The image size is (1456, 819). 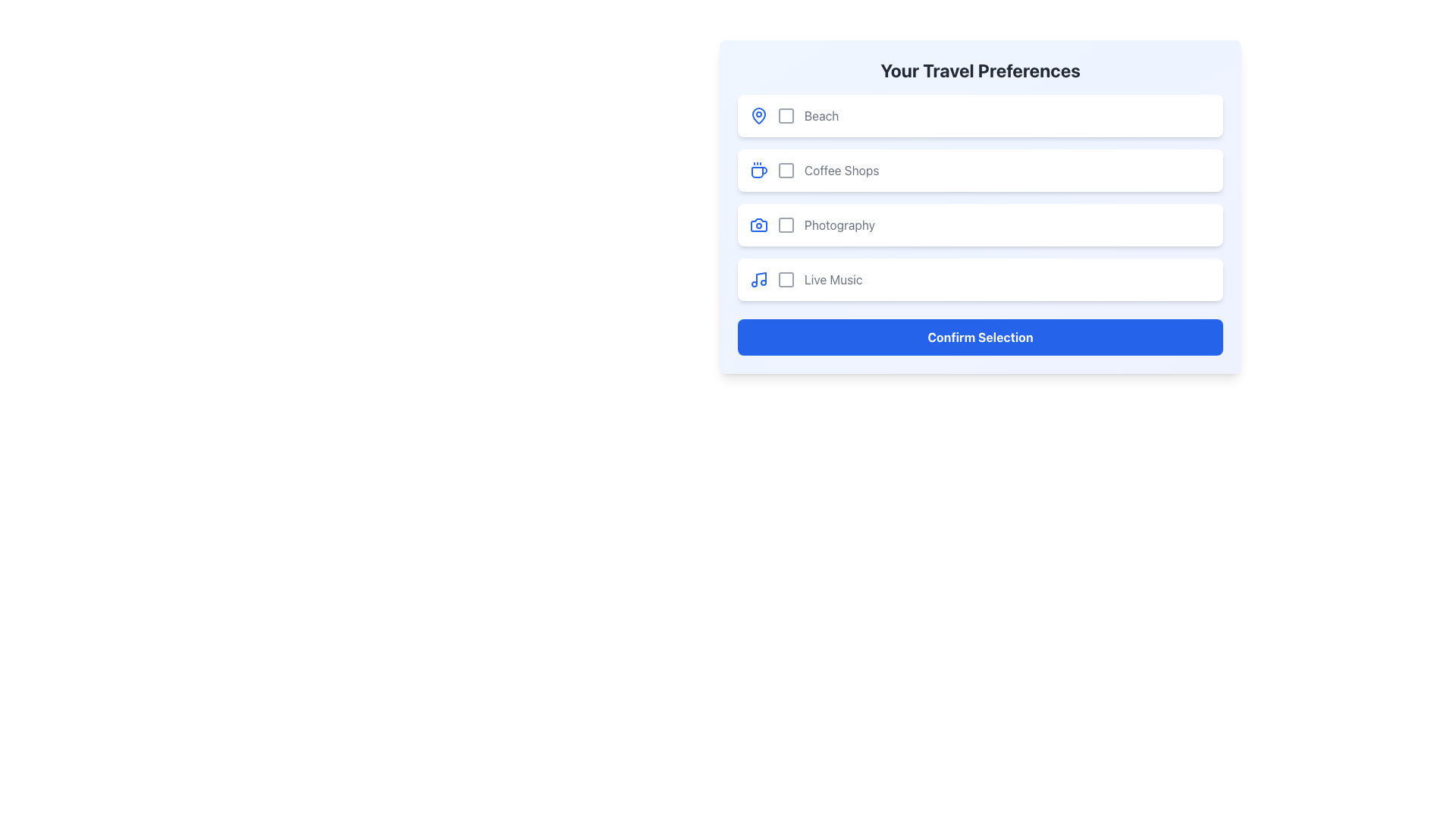 I want to click on the selectable list item for 'Photography' in the travel preferences list to access additional functionality, so click(x=980, y=225).